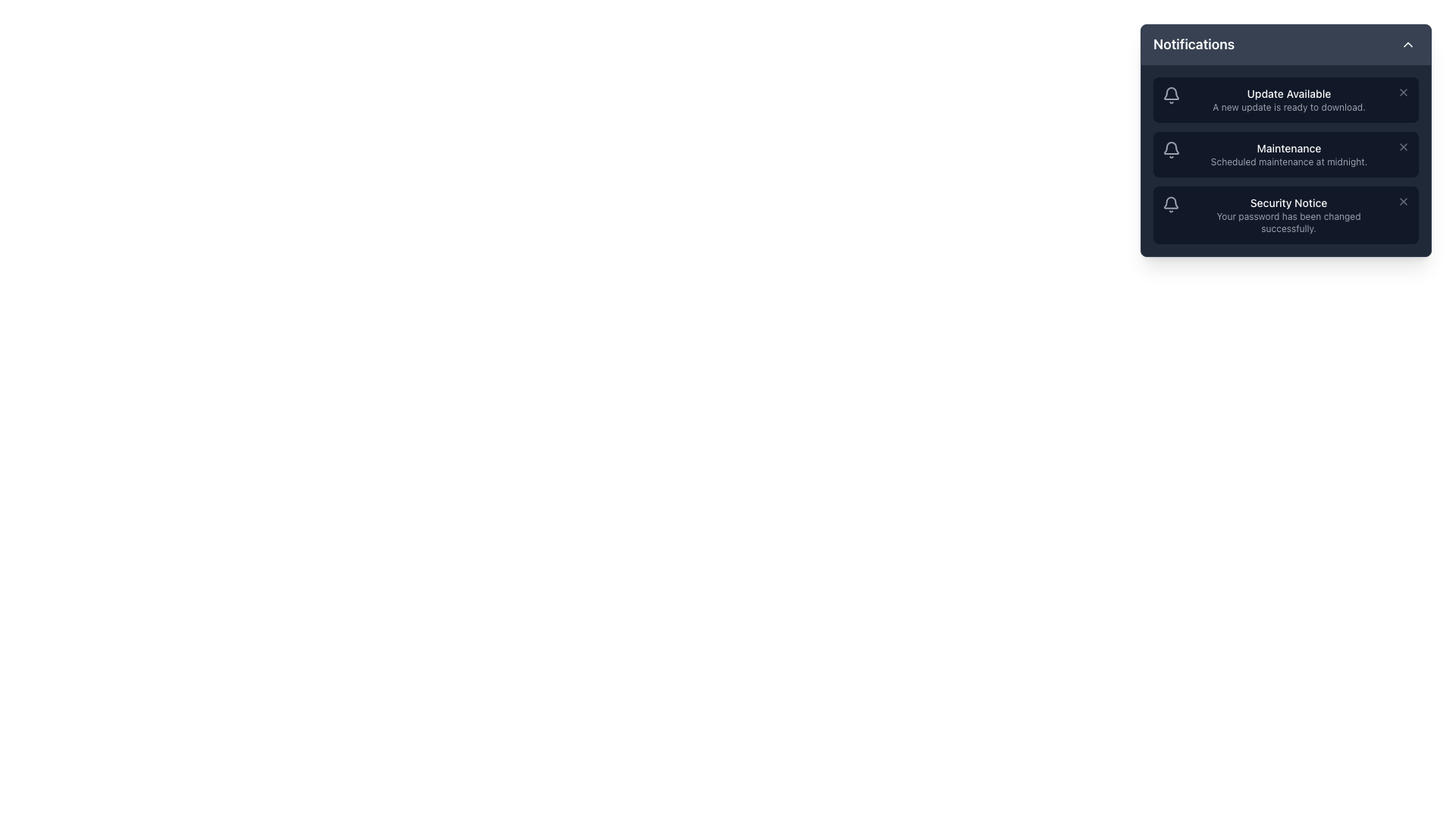  Describe the element at coordinates (1288, 222) in the screenshot. I see `the text label displaying 'Your password has been changed successfully.' which is located directly below the 'Security Notice' heading in the notification panel` at that location.